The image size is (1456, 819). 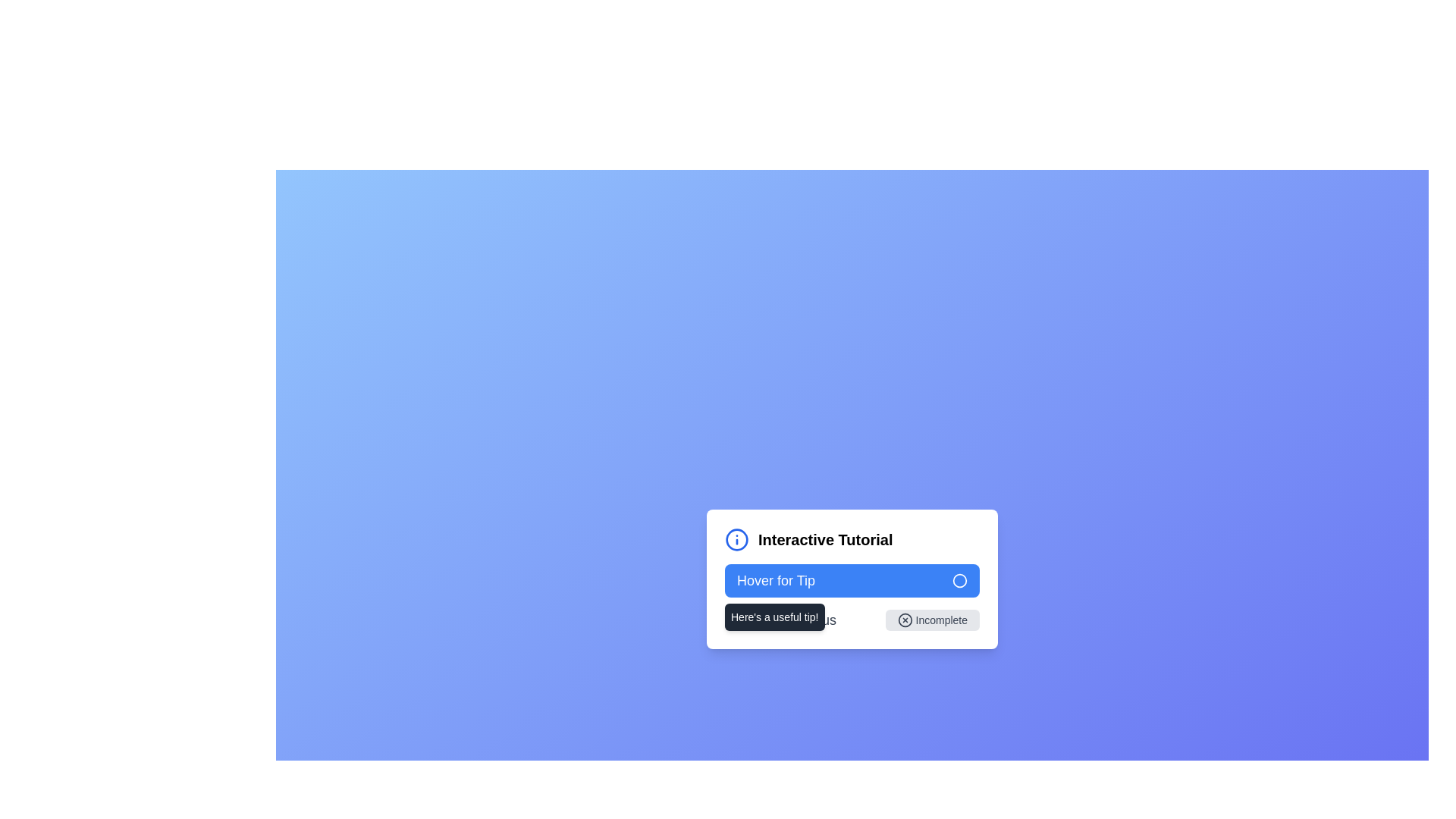 I want to click on the circular blue 'info' icon with a small 'i' in the center, located to the left of the 'Interactive Tutorial' text, so click(x=736, y=539).